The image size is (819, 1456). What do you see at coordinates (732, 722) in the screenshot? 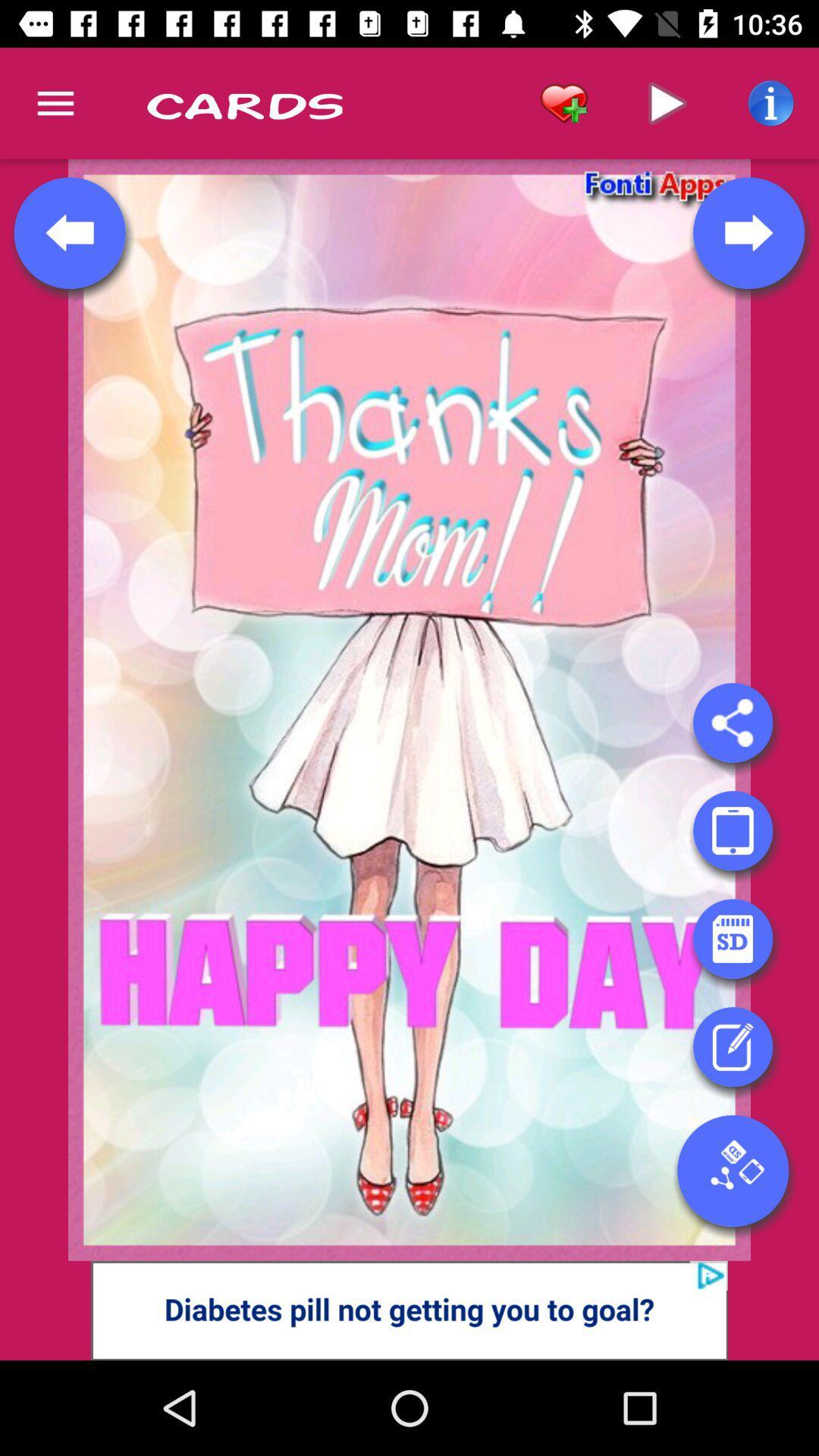
I see `share here` at bounding box center [732, 722].